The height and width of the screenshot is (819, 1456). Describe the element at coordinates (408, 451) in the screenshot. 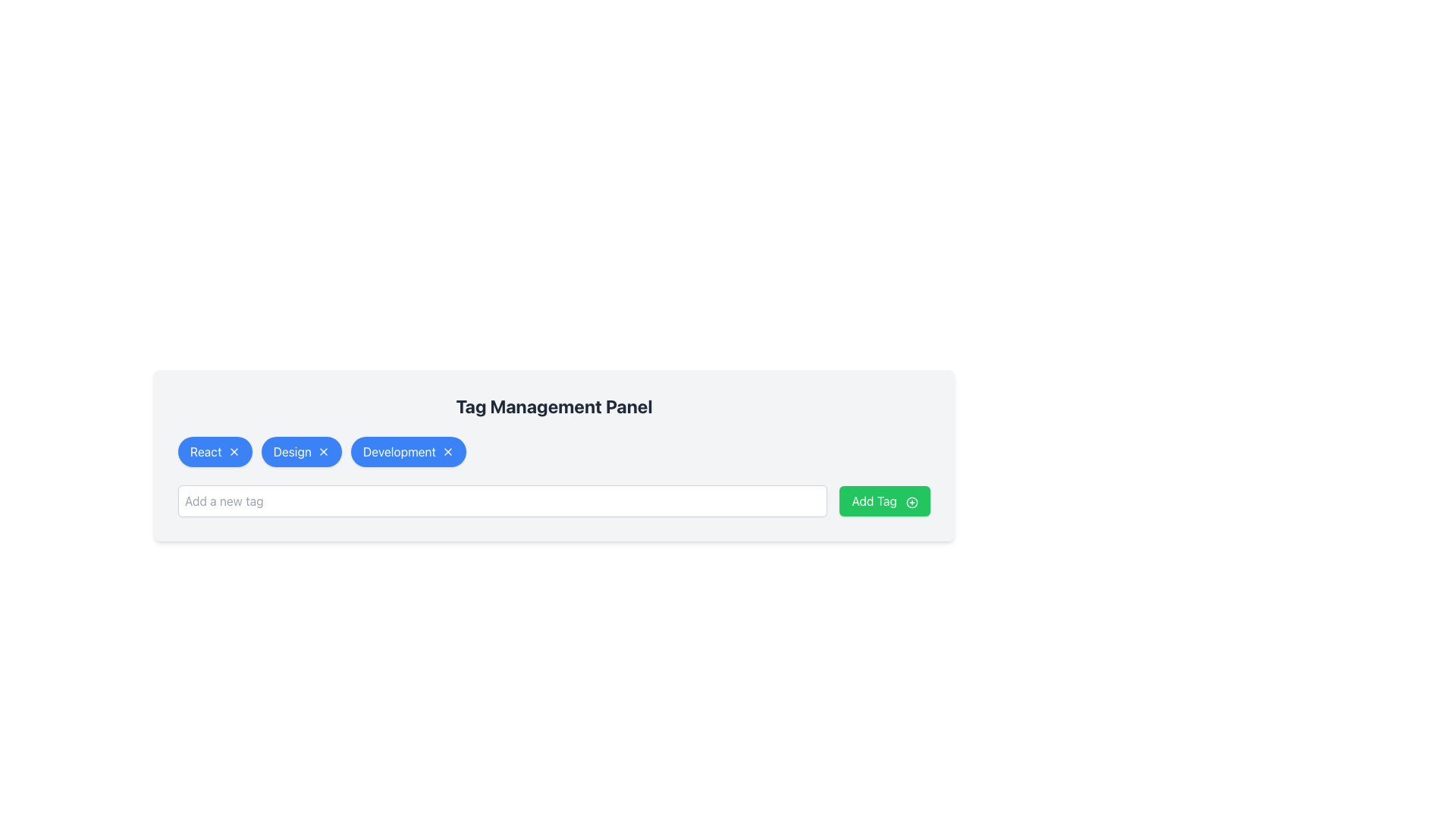

I see `the blue rounded rectangular button labeled 'Development' located in the upper central portion of the interface` at that location.